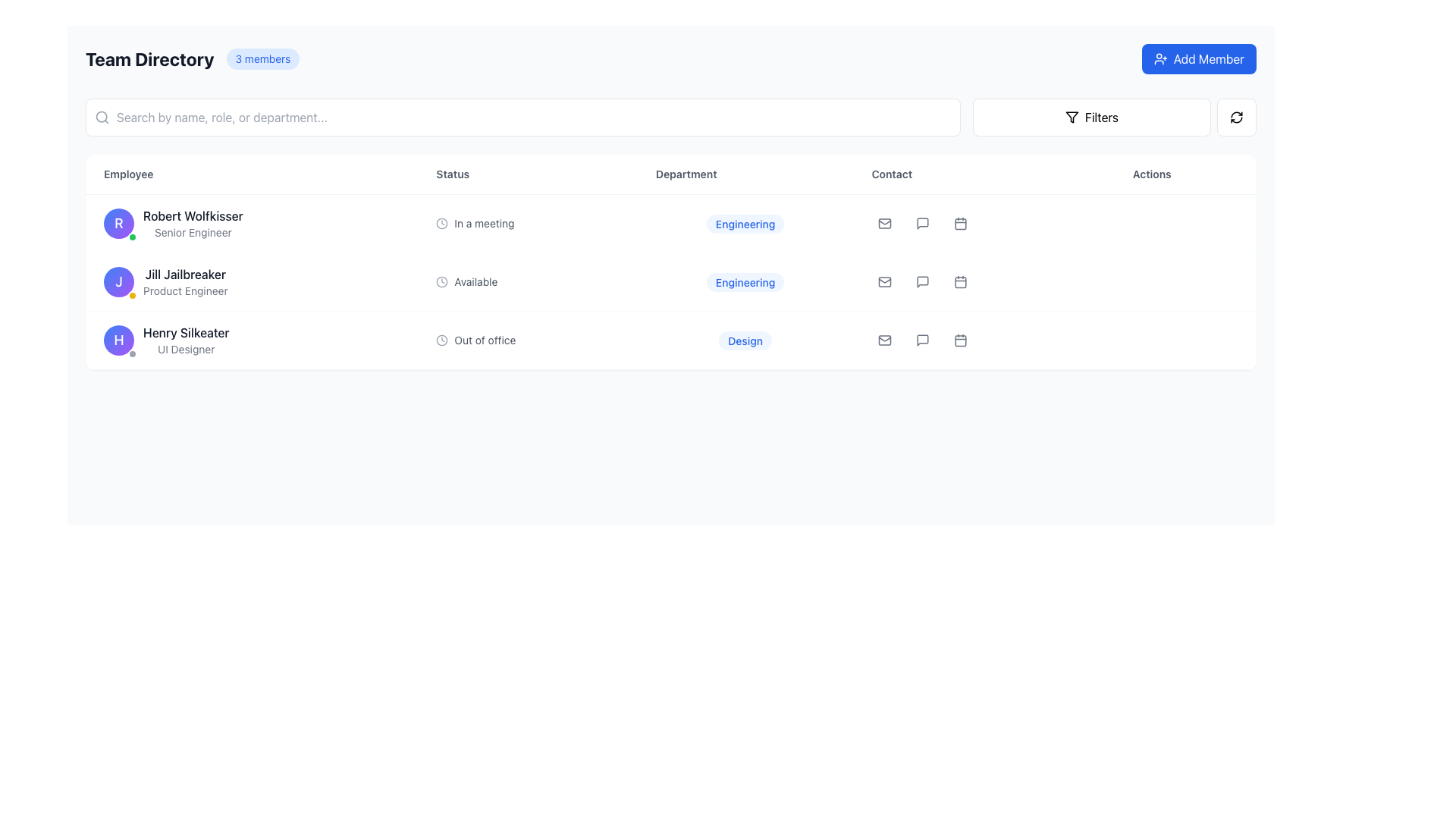 This screenshot has width=1456, height=819. What do you see at coordinates (132, 295) in the screenshot?
I see `the small yellow circular indicator with a white border located at the bottom-right part of the avatar displaying 'J', adjacent to the second user's details row` at bounding box center [132, 295].